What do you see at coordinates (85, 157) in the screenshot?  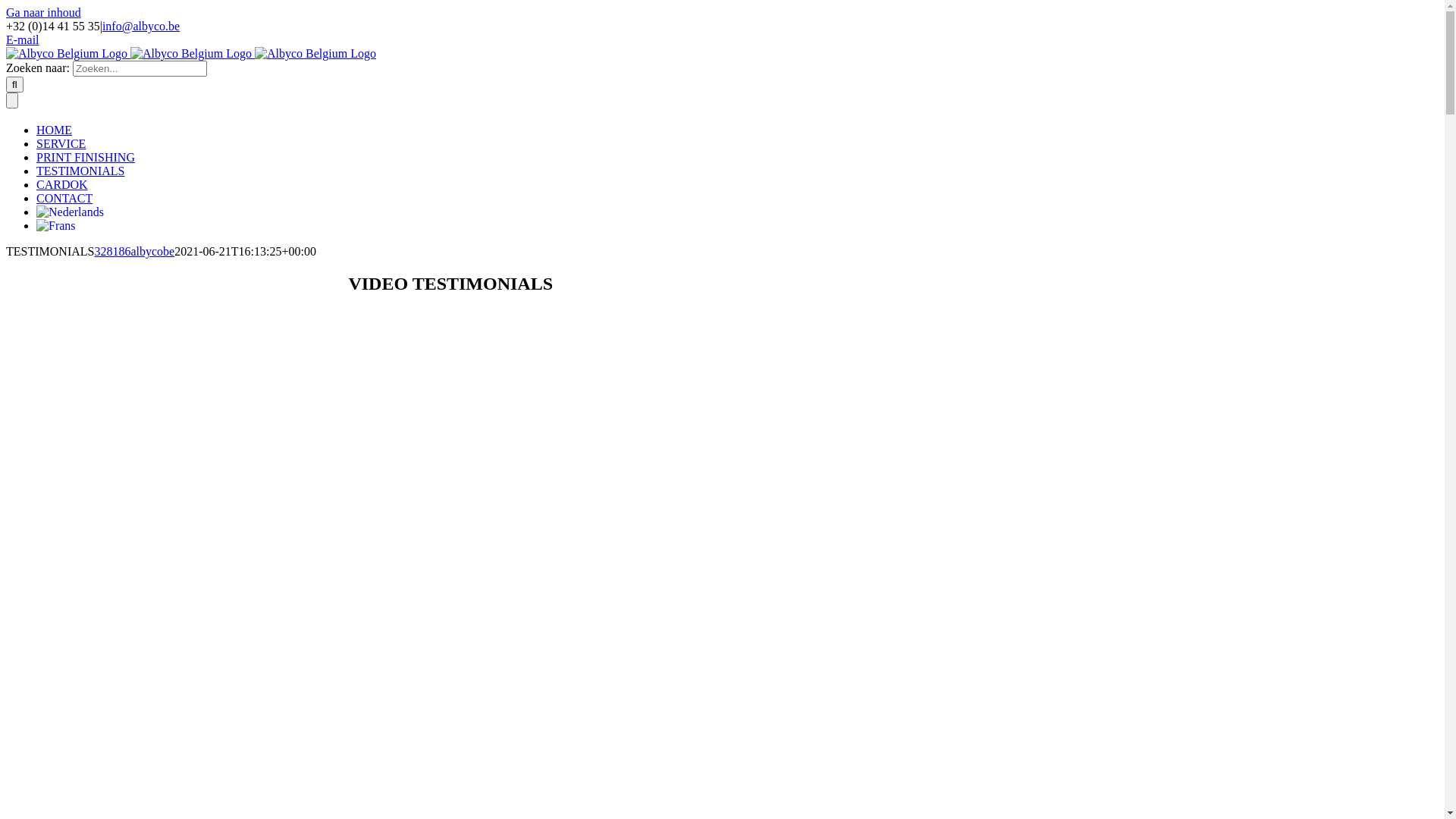 I see `'PRINT FINISHING'` at bounding box center [85, 157].